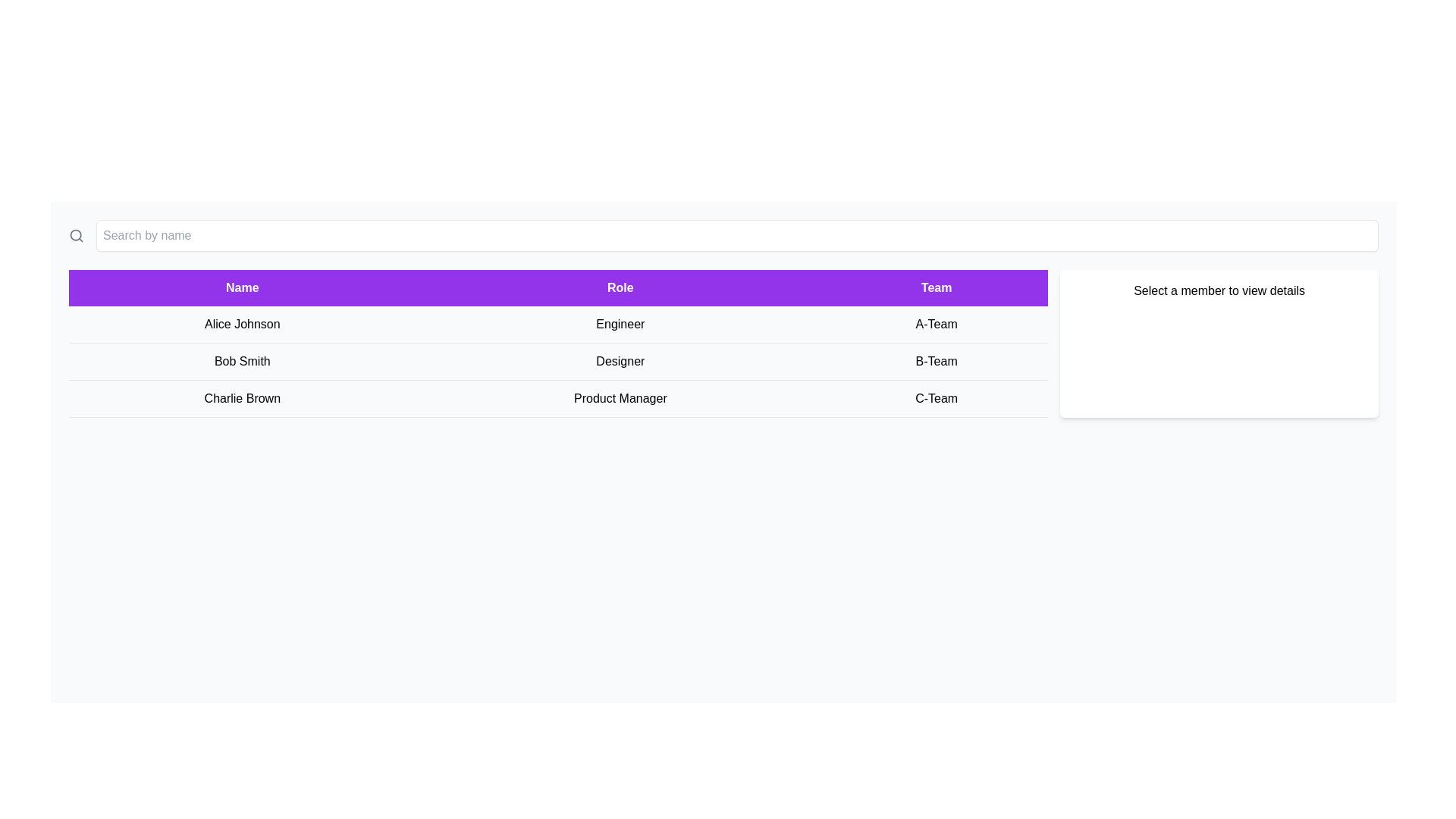 This screenshot has height=819, width=1456. I want to click on the 'Role' text label, which is a rectangular section with a purple background containing white text, positioned between 'Name' and 'Team' in a horizontal row of headers, so click(620, 288).